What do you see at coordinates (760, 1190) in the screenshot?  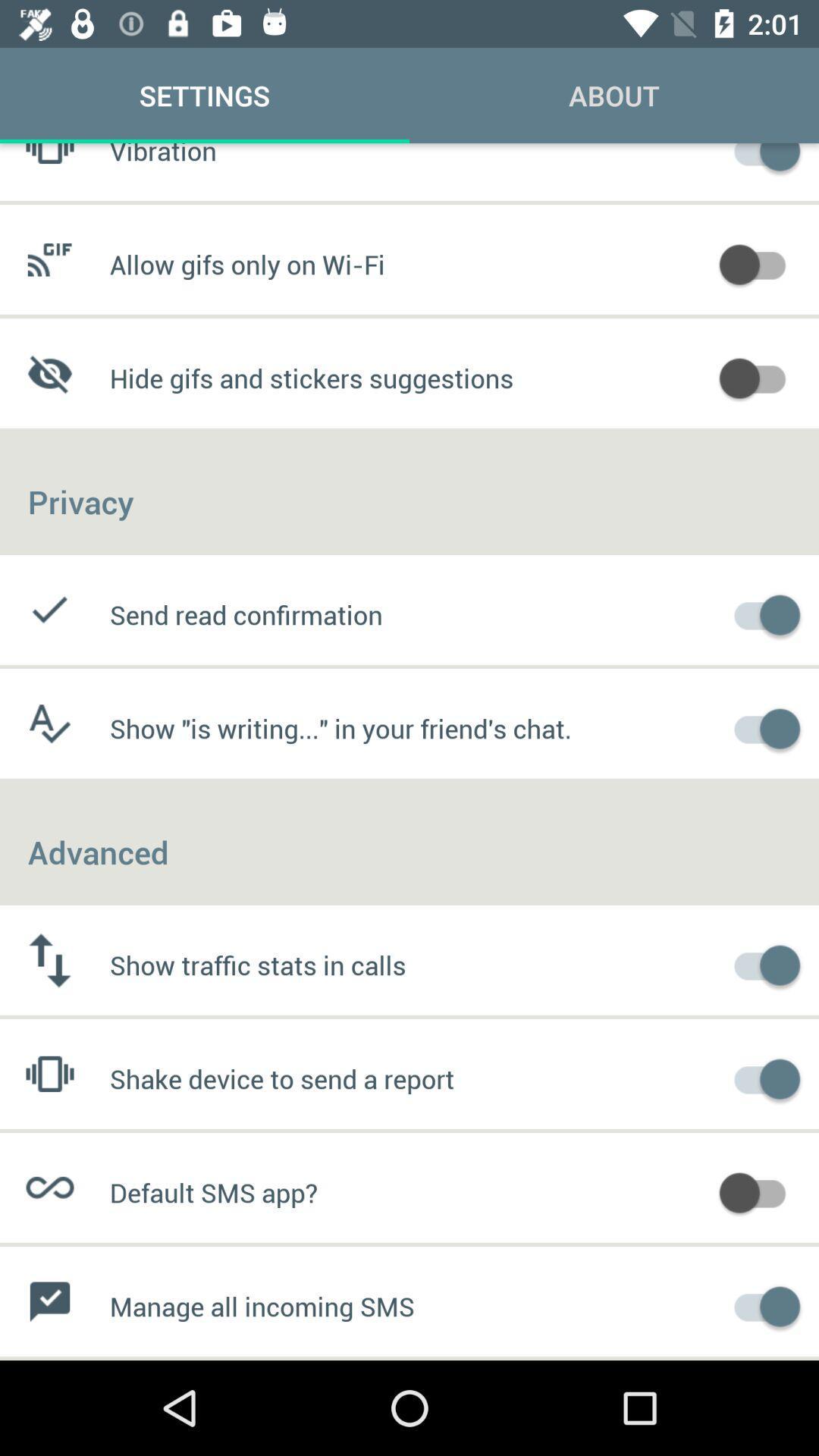 I see `default sms app option` at bounding box center [760, 1190].